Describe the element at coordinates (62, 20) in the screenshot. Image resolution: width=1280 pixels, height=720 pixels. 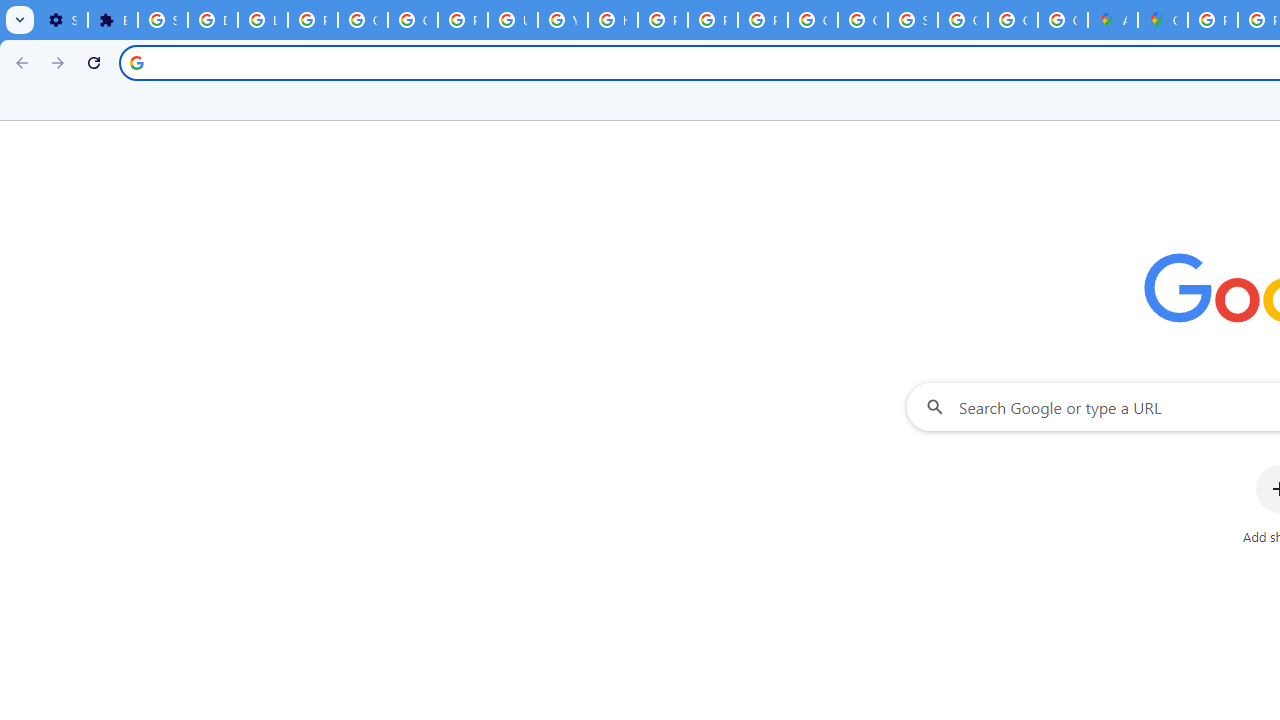
I see `'Settings - On startup'` at that location.